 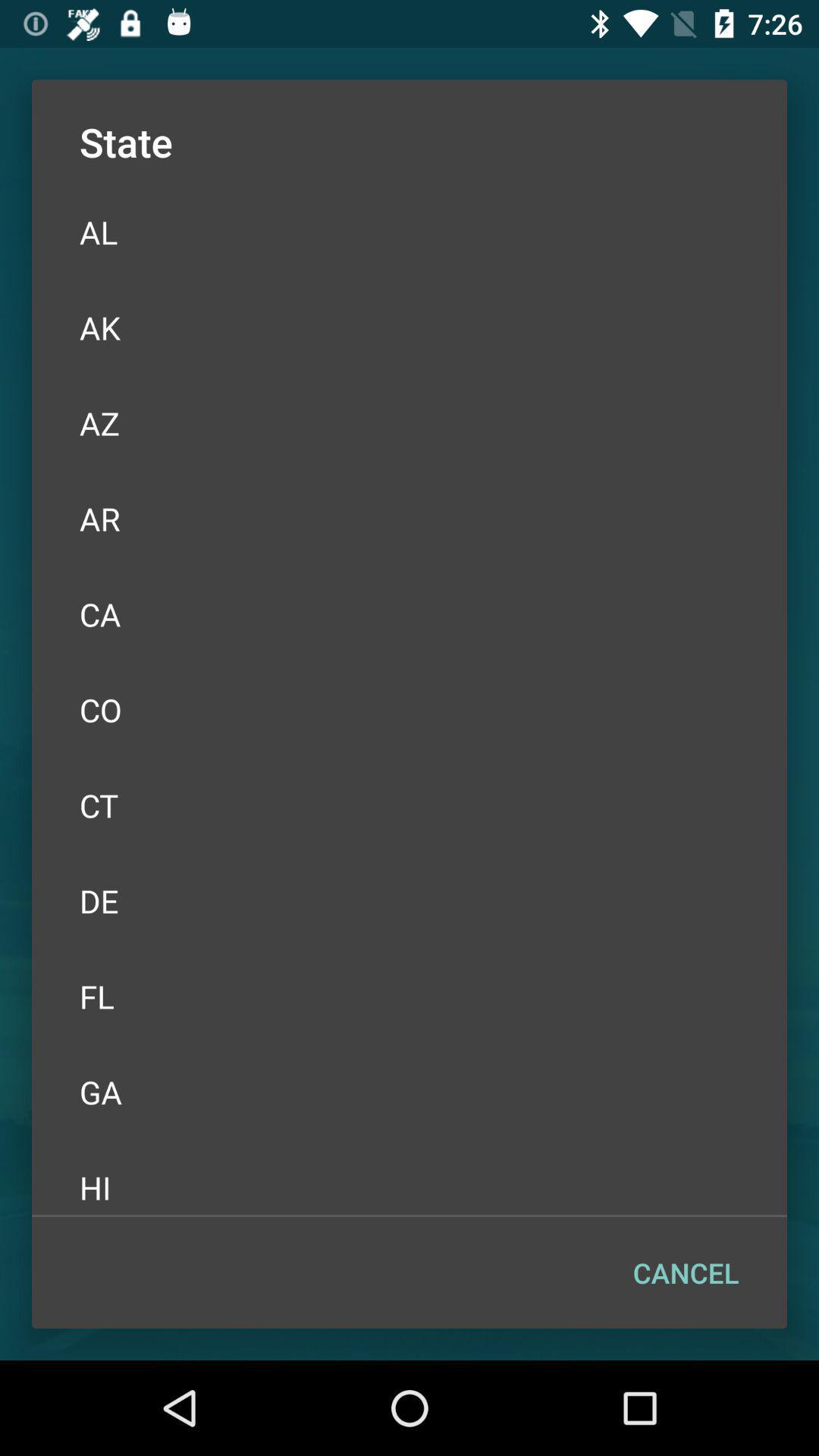 I want to click on the item below the ct, so click(x=409, y=901).